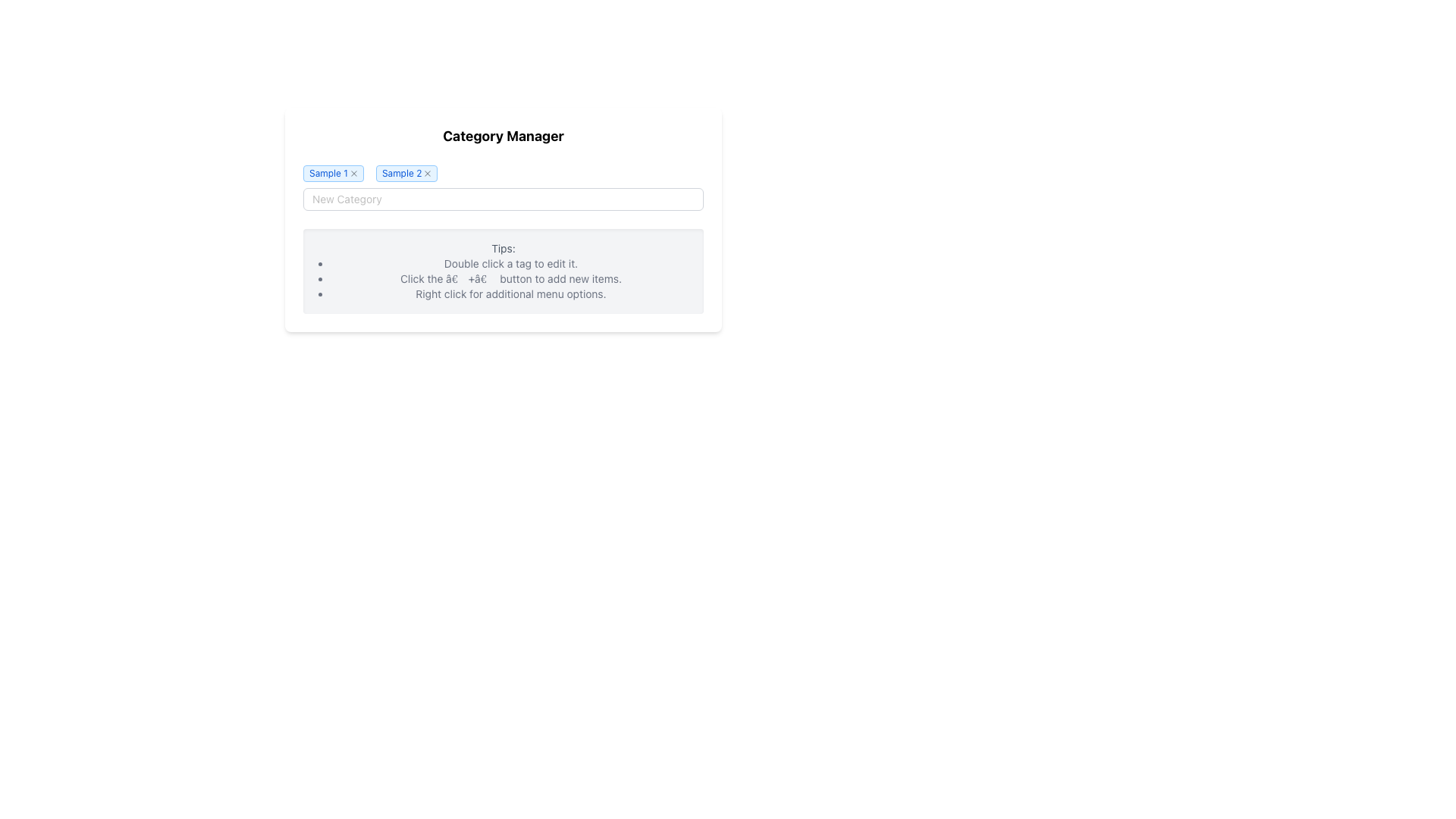 The height and width of the screenshot is (819, 1456). I want to click on the blue tag labeled 'Sample 2' with a close button, so click(406, 172).